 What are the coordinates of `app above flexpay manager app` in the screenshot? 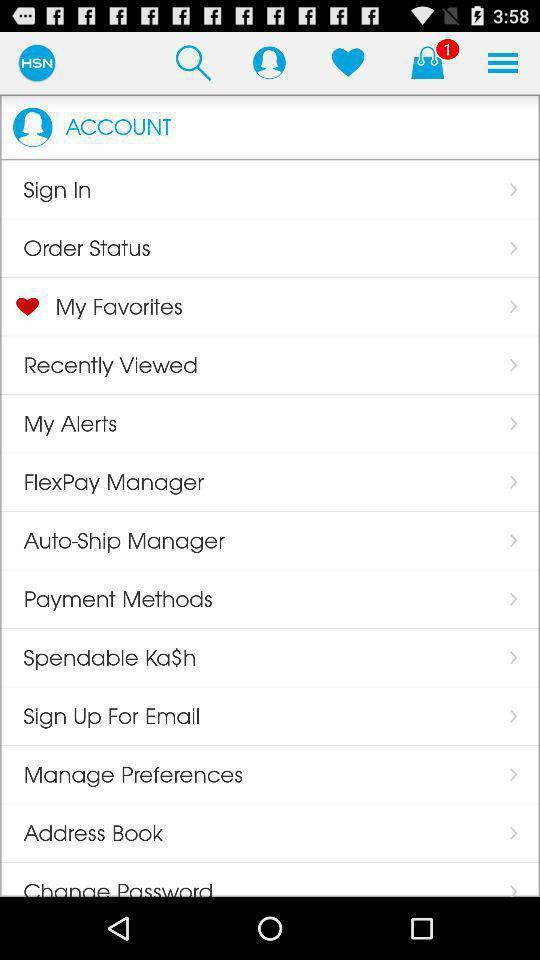 It's located at (58, 423).